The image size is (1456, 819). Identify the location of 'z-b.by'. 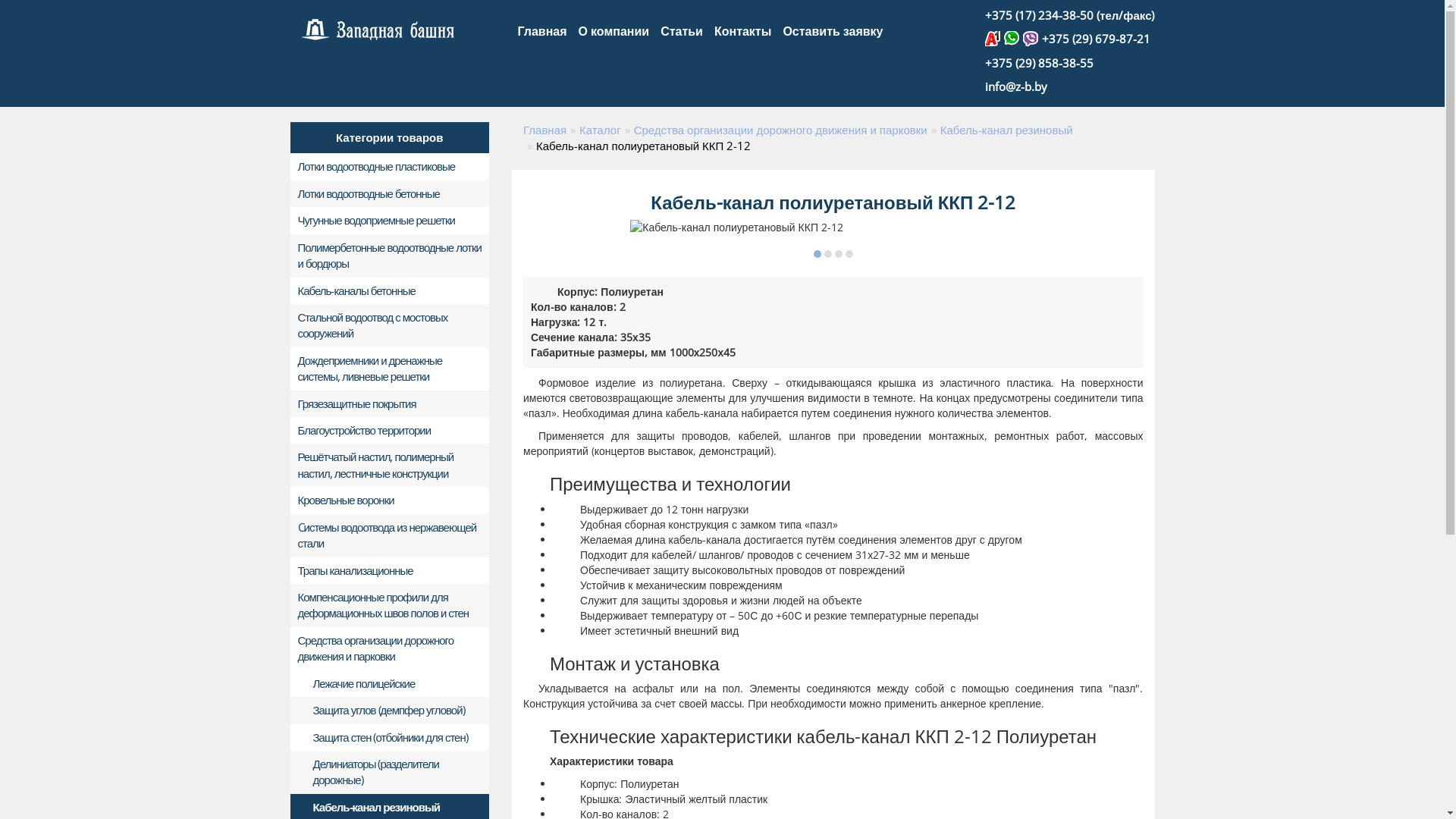
(378, 30).